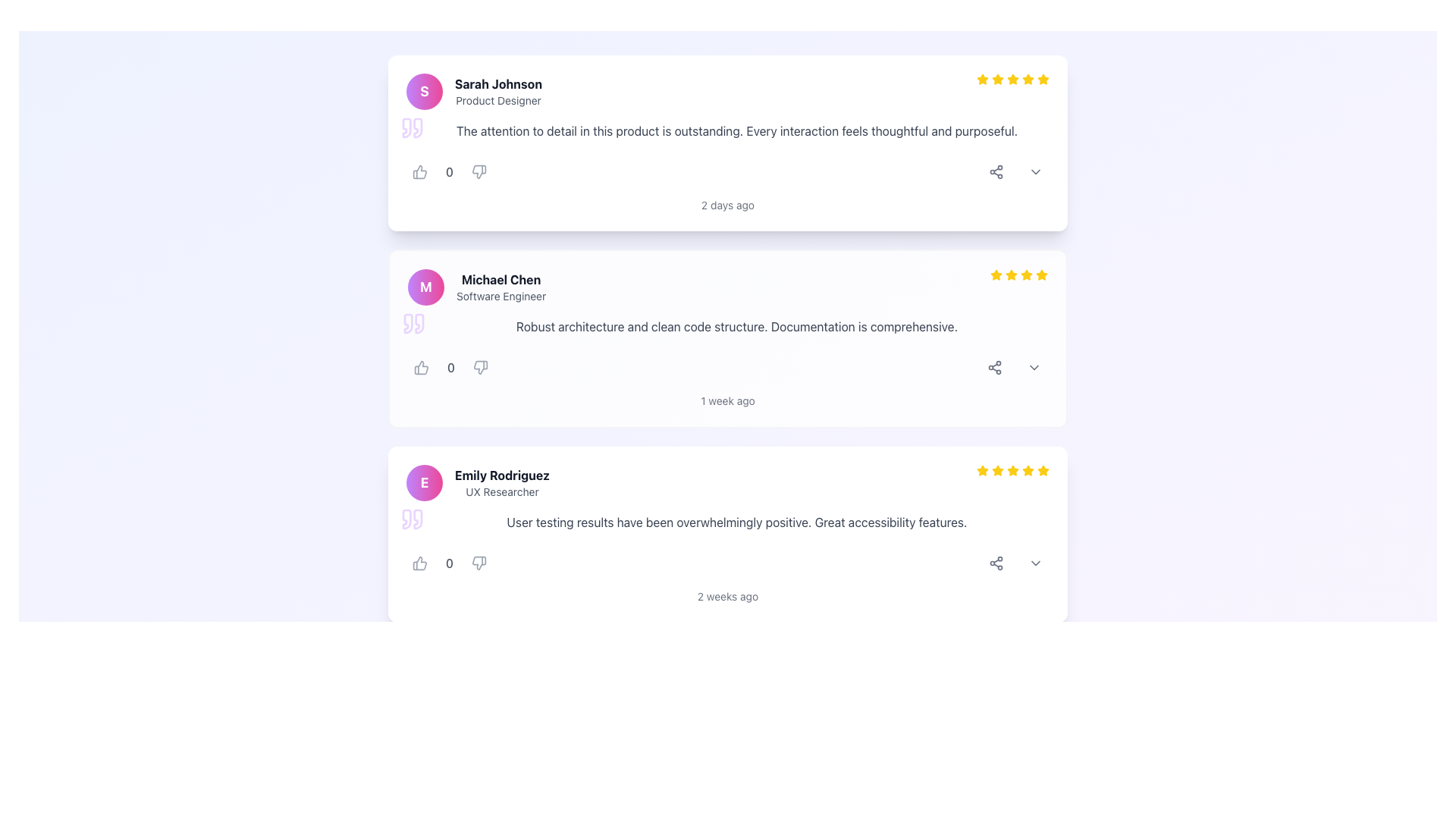 The width and height of the screenshot is (1456, 819). What do you see at coordinates (408, 323) in the screenshot?
I see `the decorative quote icon located to the left of Michael Chen's avatar, which is inside a purple circle and positioned above the username and title text` at bounding box center [408, 323].